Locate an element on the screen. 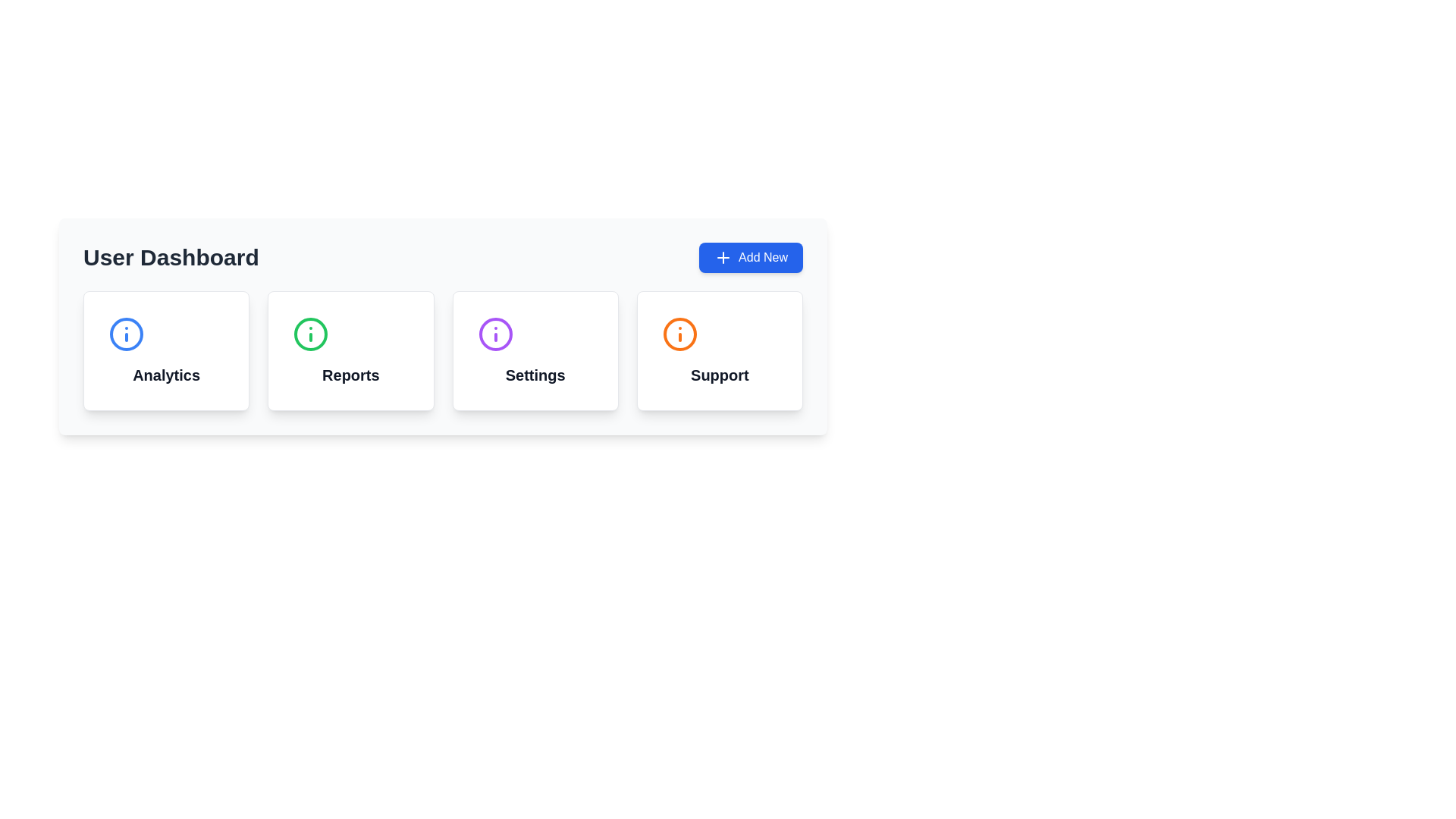 The image size is (1456, 819). the blue circle informational icon with a white outline containing an 'i' symbol, located in the 'Analytics' card on the User Dashboard is located at coordinates (127, 333).